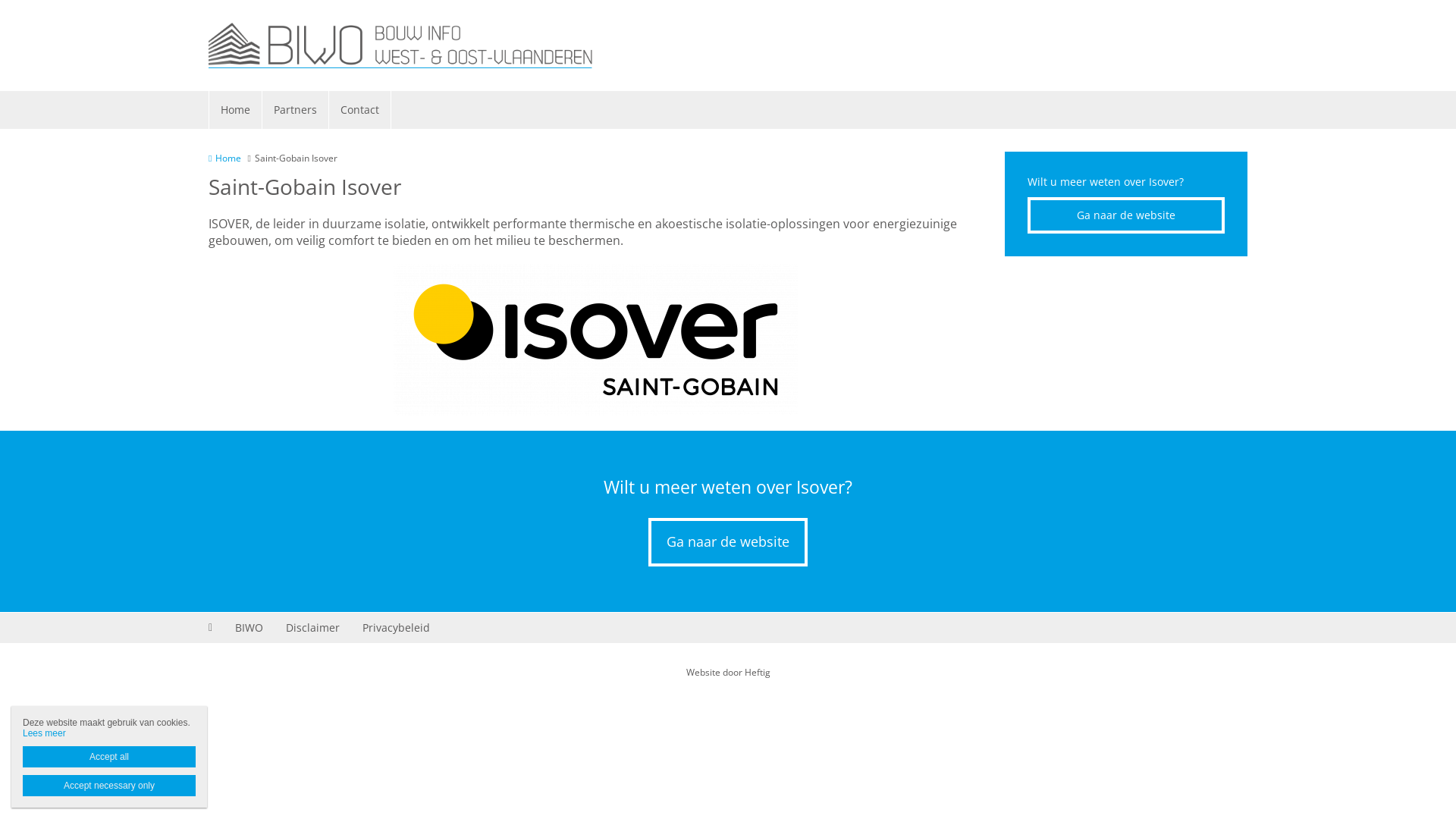 The height and width of the screenshot is (819, 1456). Describe the element at coordinates (44, 733) in the screenshot. I see `'Lees meer'` at that location.